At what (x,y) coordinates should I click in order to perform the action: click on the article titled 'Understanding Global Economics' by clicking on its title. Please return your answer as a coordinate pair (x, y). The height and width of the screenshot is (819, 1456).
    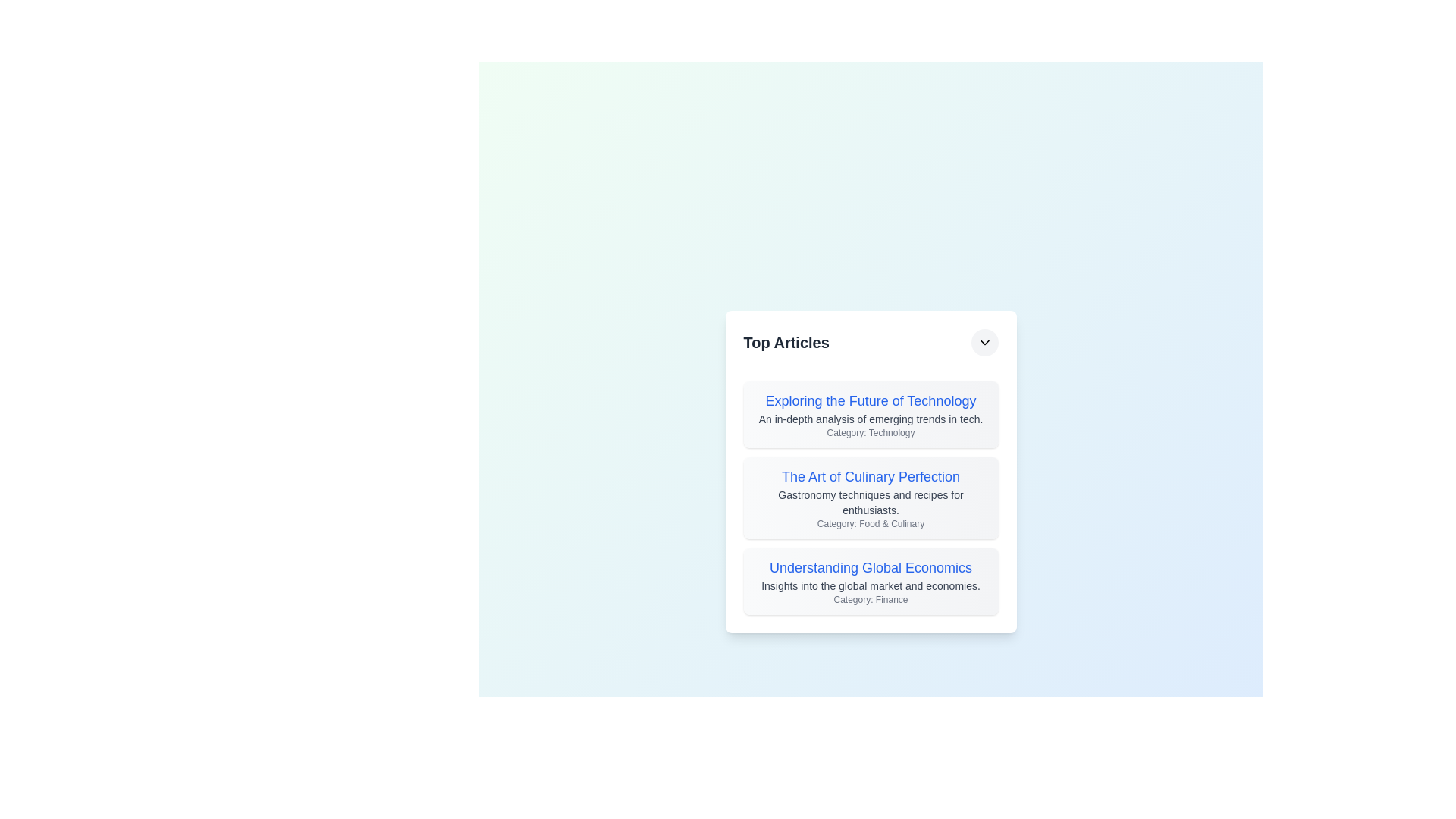
    Looking at the image, I should click on (871, 567).